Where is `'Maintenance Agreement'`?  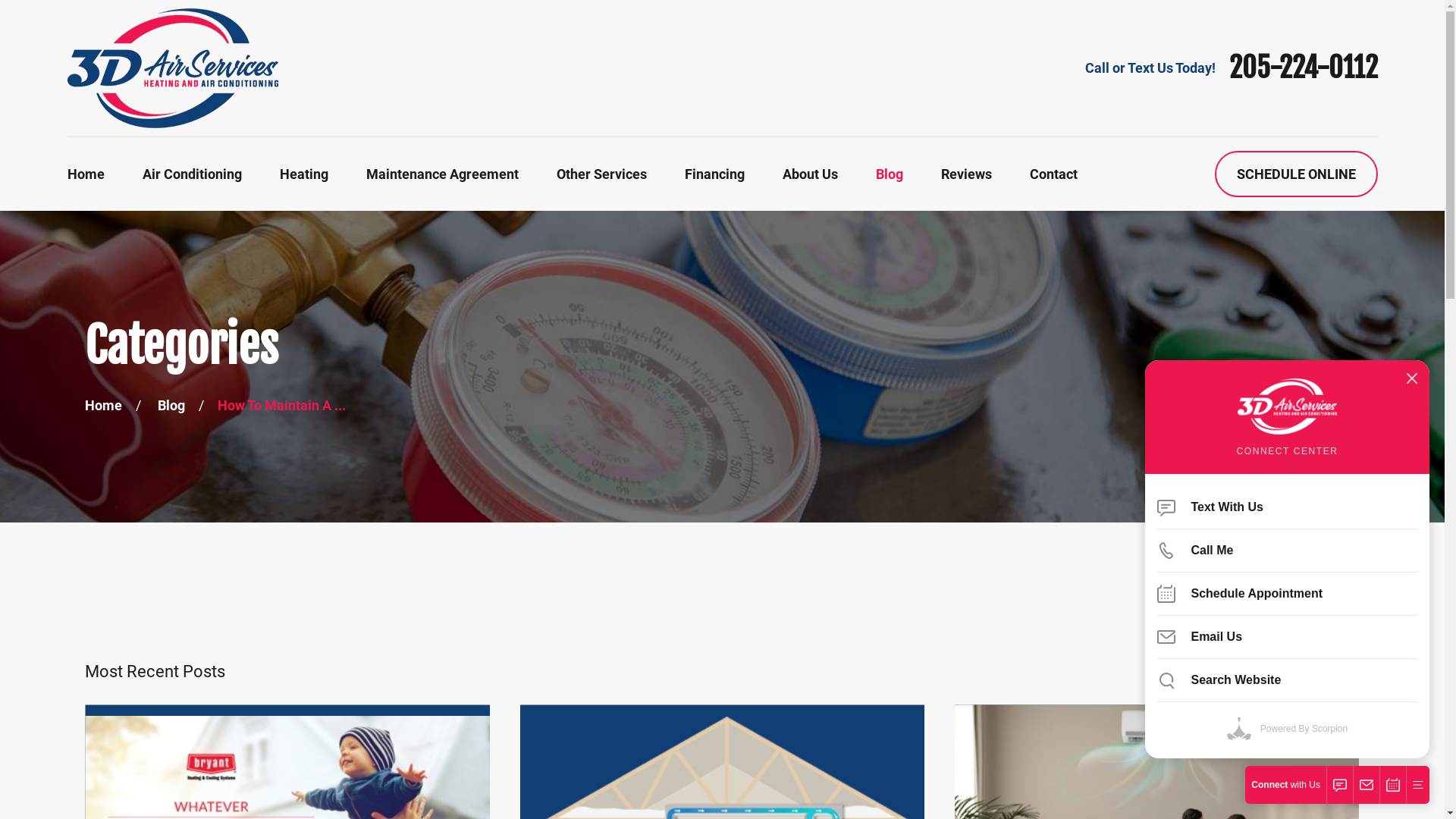
'Maintenance Agreement' is located at coordinates (441, 174).